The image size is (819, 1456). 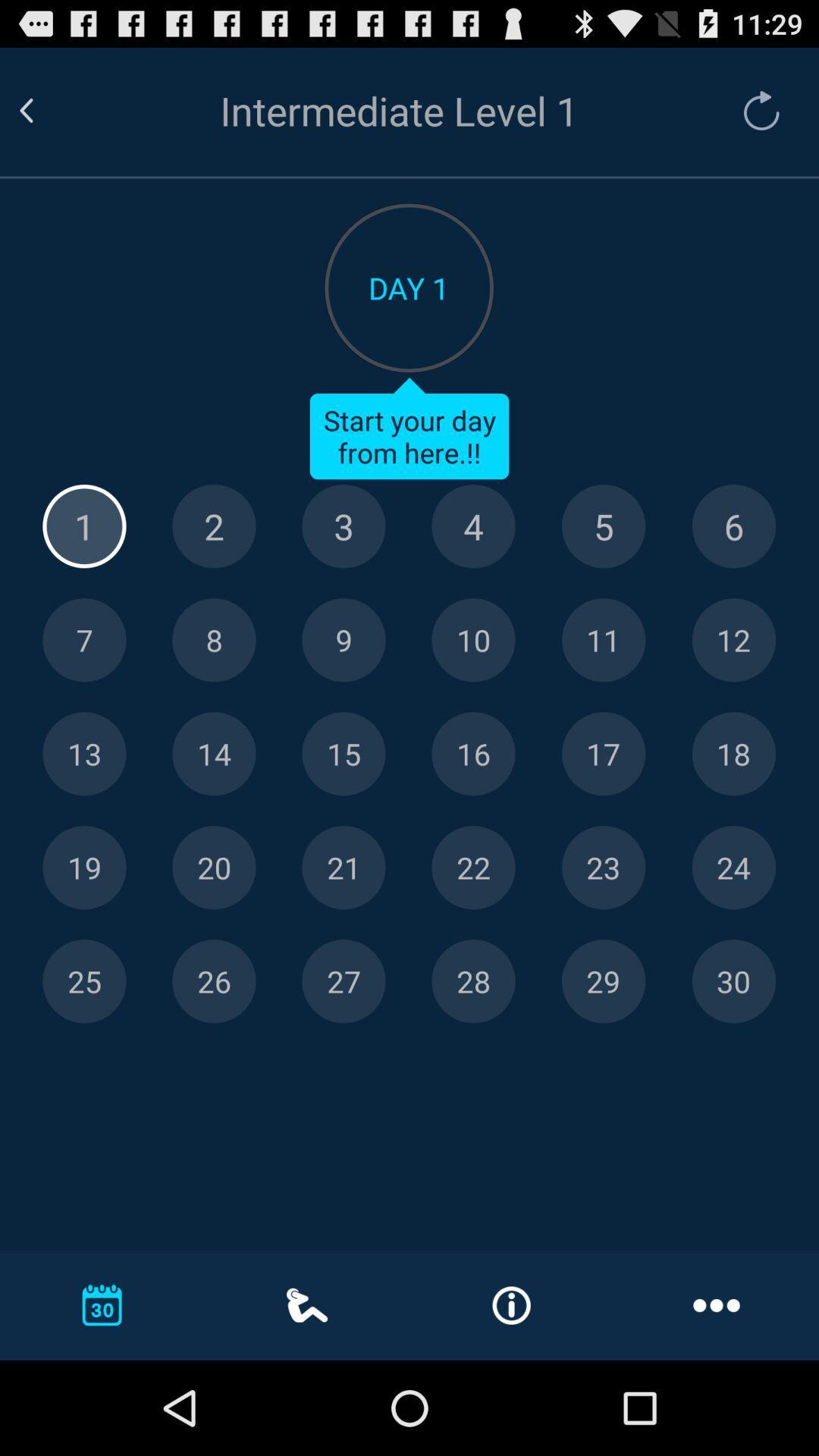 What do you see at coordinates (603, 981) in the screenshot?
I see `29 as the date` at bounding box center [603, 981].